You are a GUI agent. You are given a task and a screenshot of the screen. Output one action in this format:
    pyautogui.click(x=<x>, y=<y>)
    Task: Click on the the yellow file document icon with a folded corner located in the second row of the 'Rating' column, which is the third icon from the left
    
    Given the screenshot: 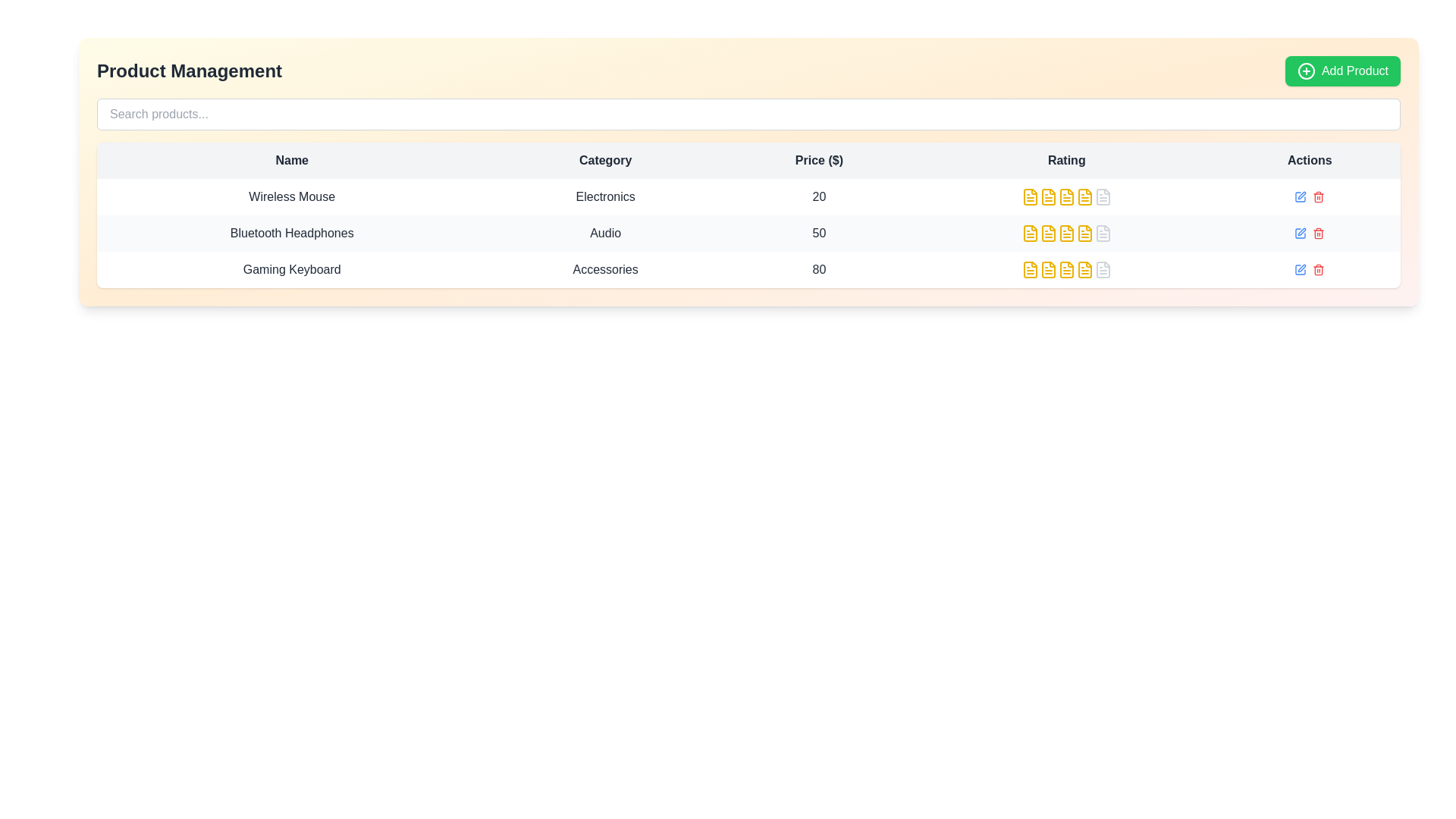 What is the action you would take?
    pyautogui.click(x=1065, y=196)
    